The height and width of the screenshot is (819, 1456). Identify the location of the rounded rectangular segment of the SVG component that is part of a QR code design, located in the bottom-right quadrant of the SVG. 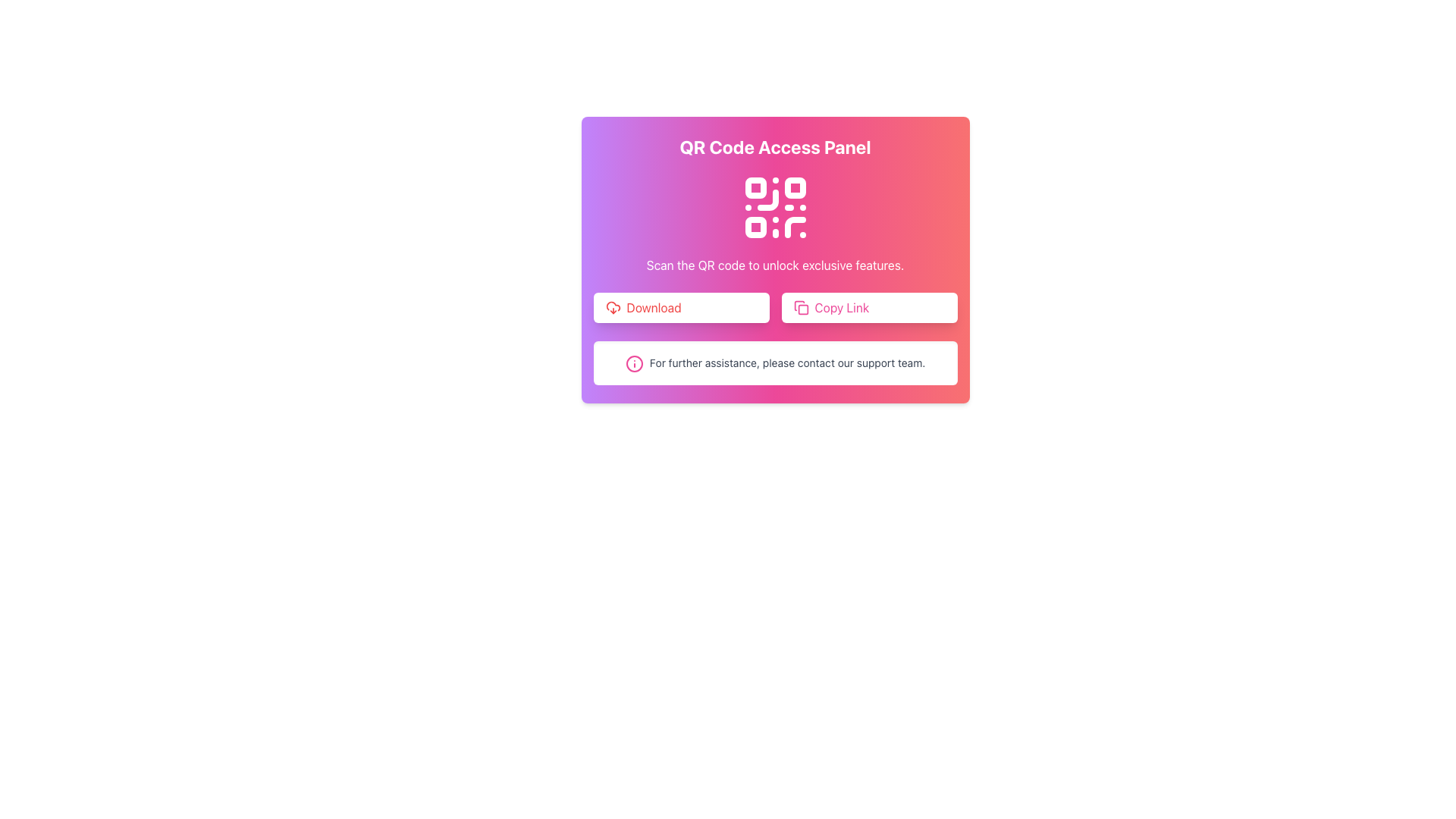
(794, 227).